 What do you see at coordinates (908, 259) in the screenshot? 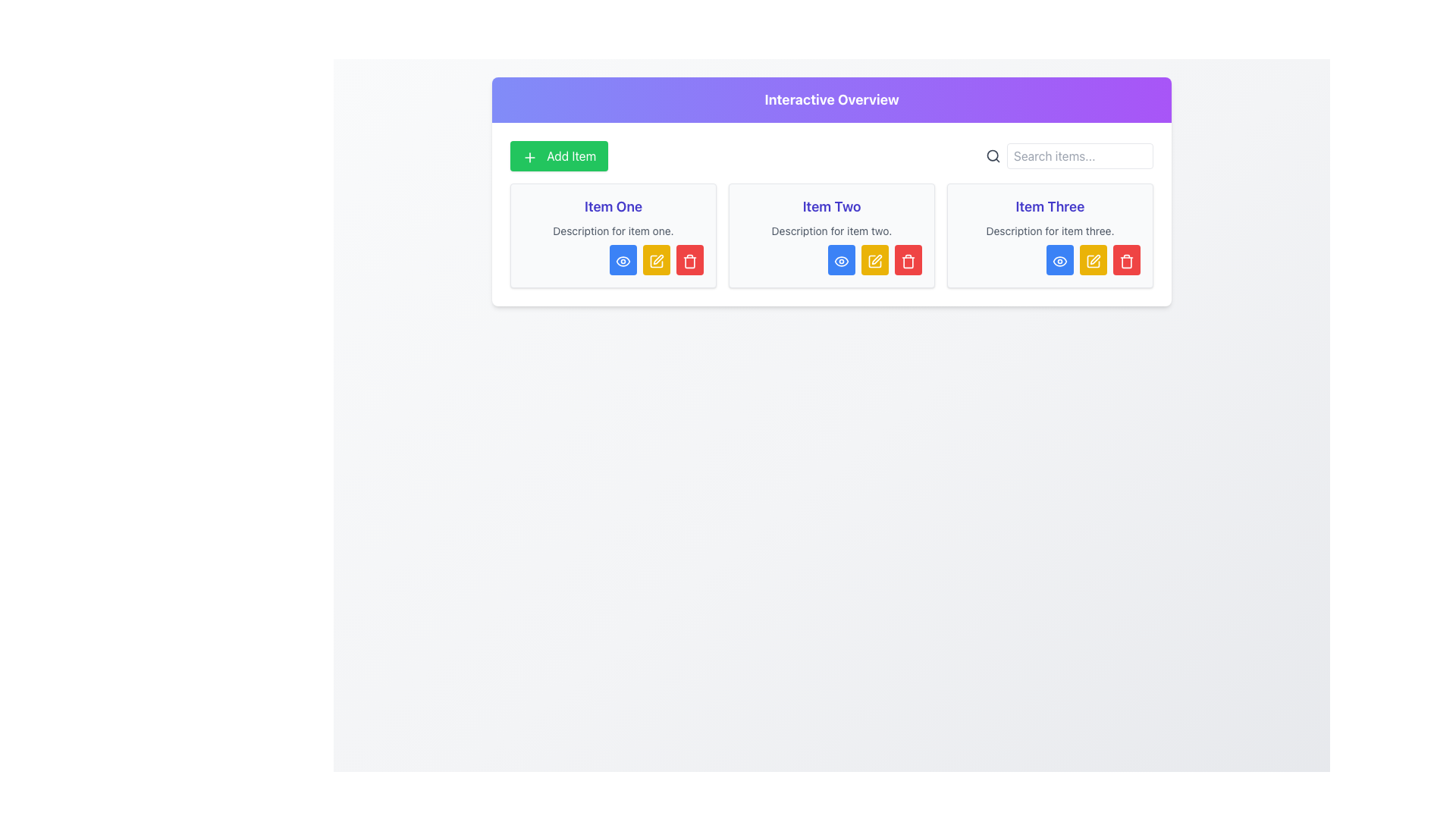
I see `the delete button located as the fourth button in the row of actions below 'Item Two'` at bounding box center [908, 259].